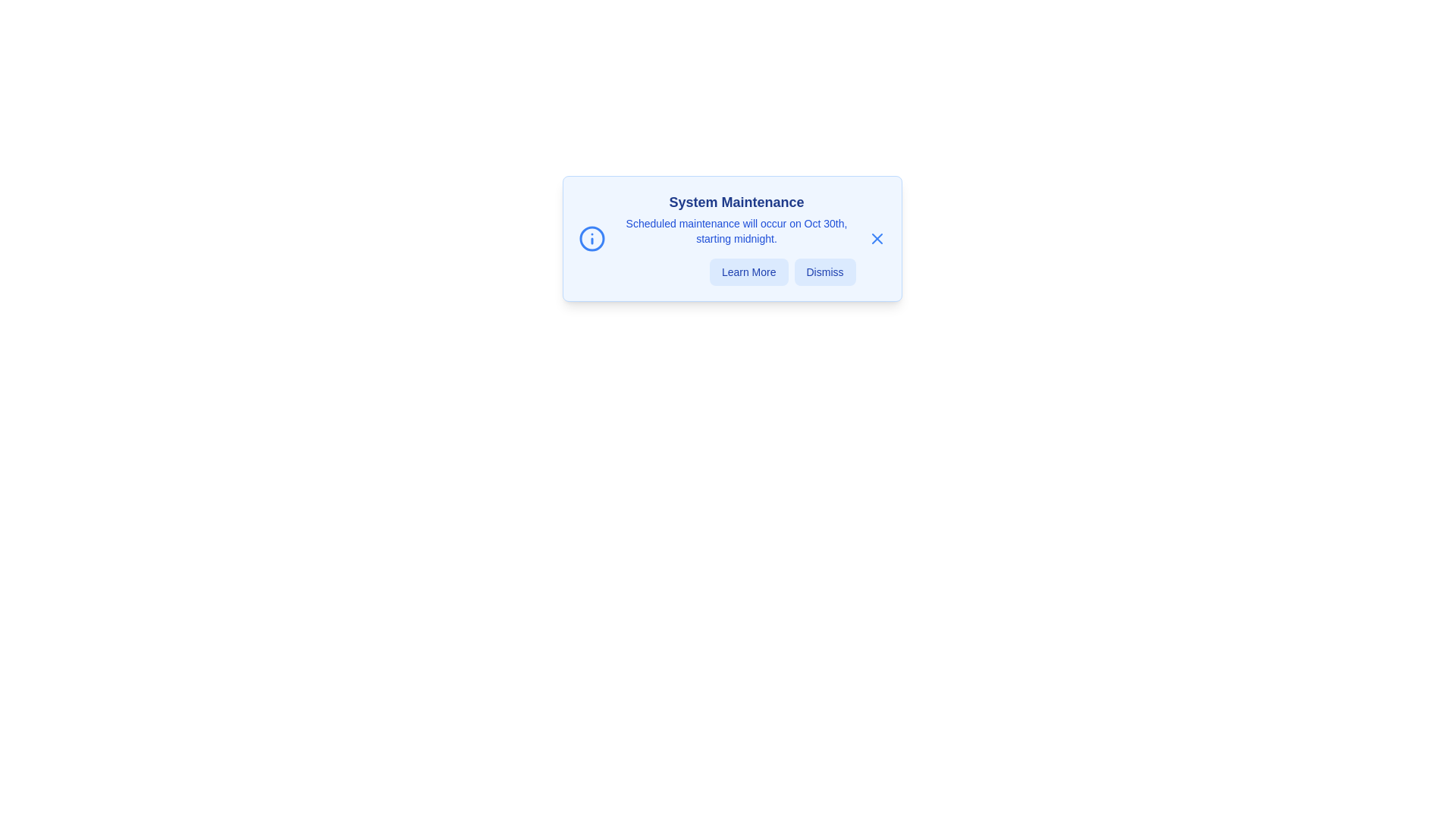 This screenshot has width=1456, height=819. I want to click on the close button with an 'X' icon in the top-right corner of the alert box, so click(877, 239).